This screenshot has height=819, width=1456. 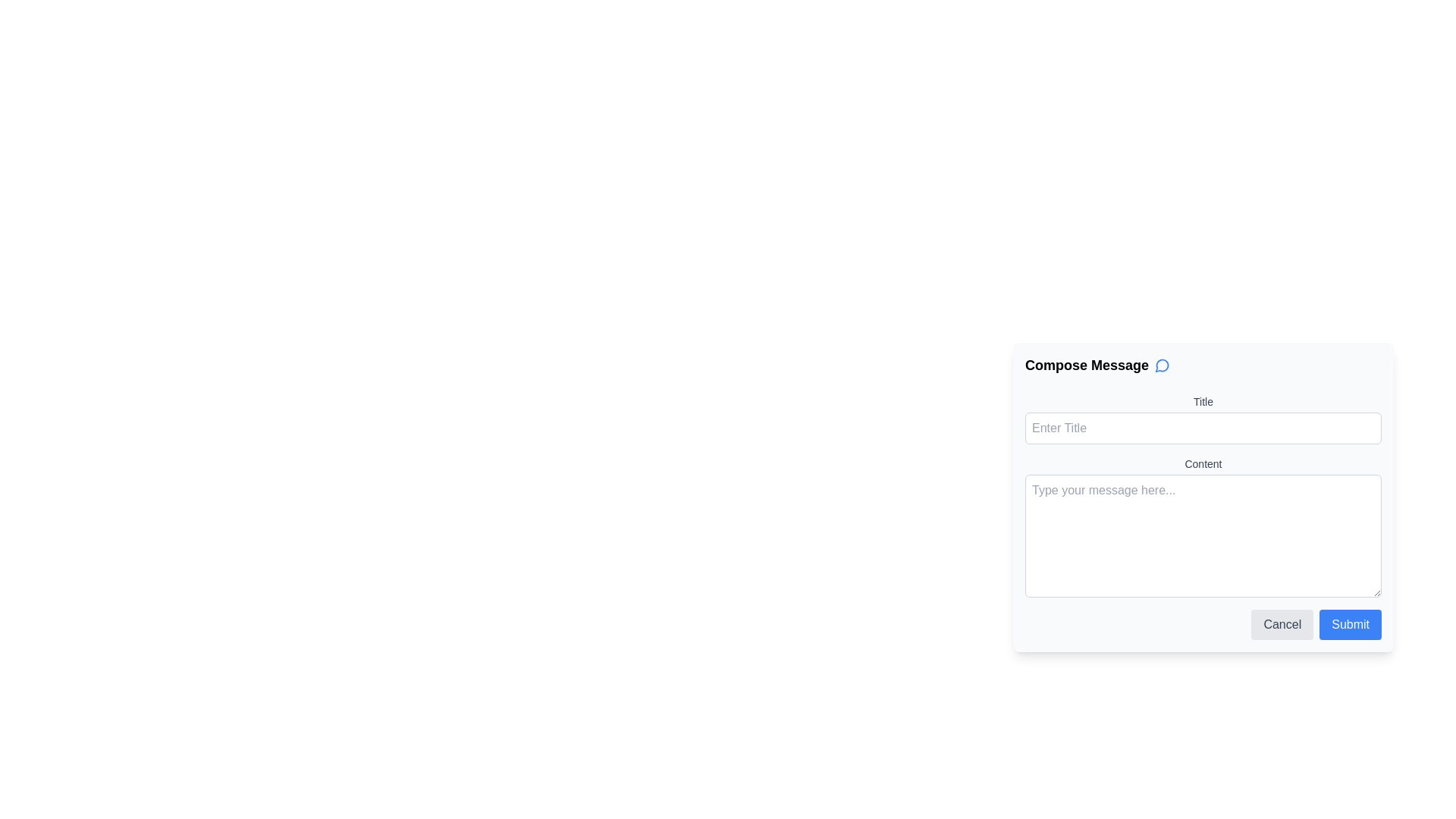 I want to click on the 'Submit' button located in the 'Compose Message' modal dialog, so click(x=1350, y=625).